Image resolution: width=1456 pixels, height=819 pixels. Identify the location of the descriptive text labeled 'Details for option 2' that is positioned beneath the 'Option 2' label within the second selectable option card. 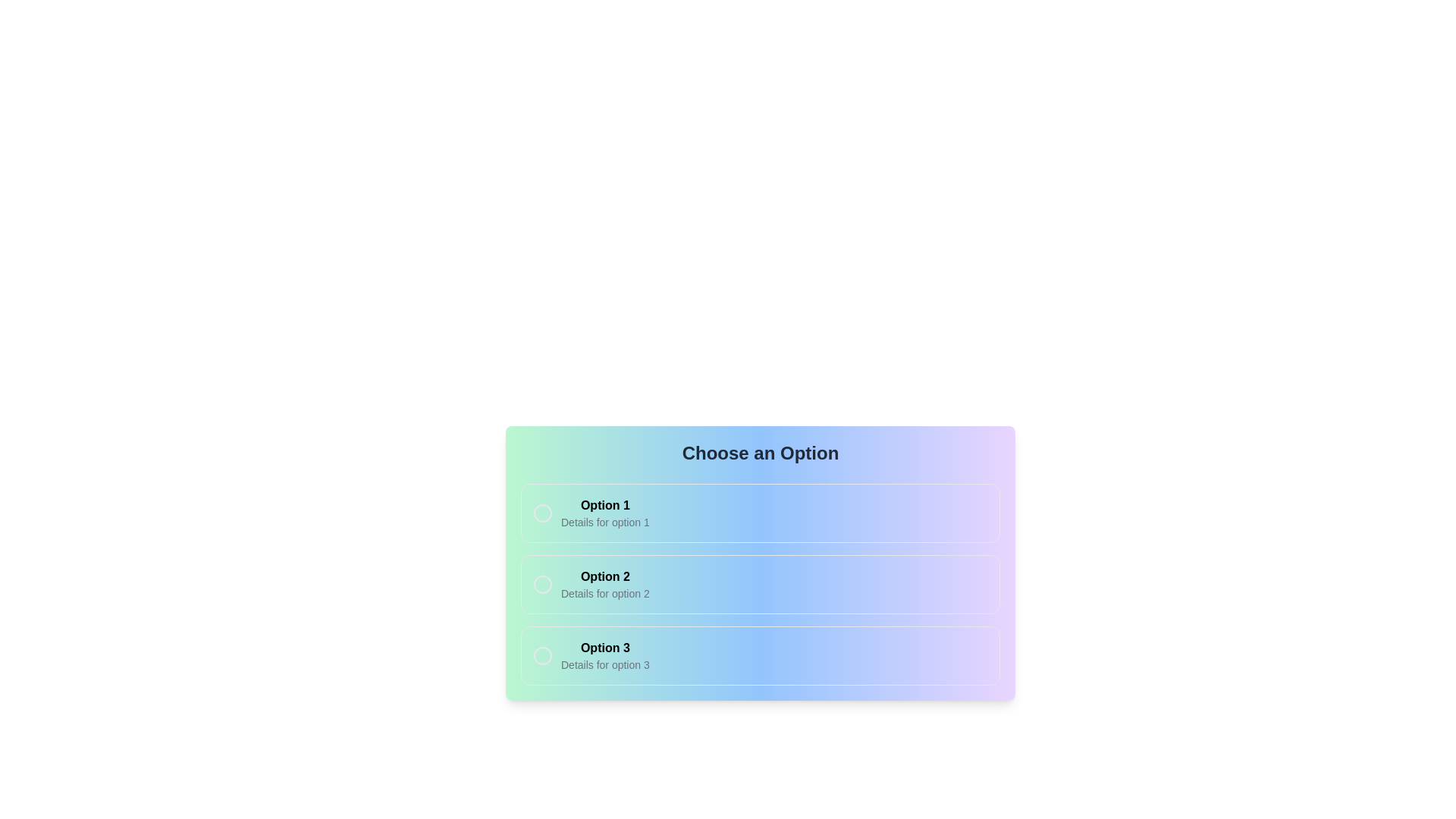
(604, 593).